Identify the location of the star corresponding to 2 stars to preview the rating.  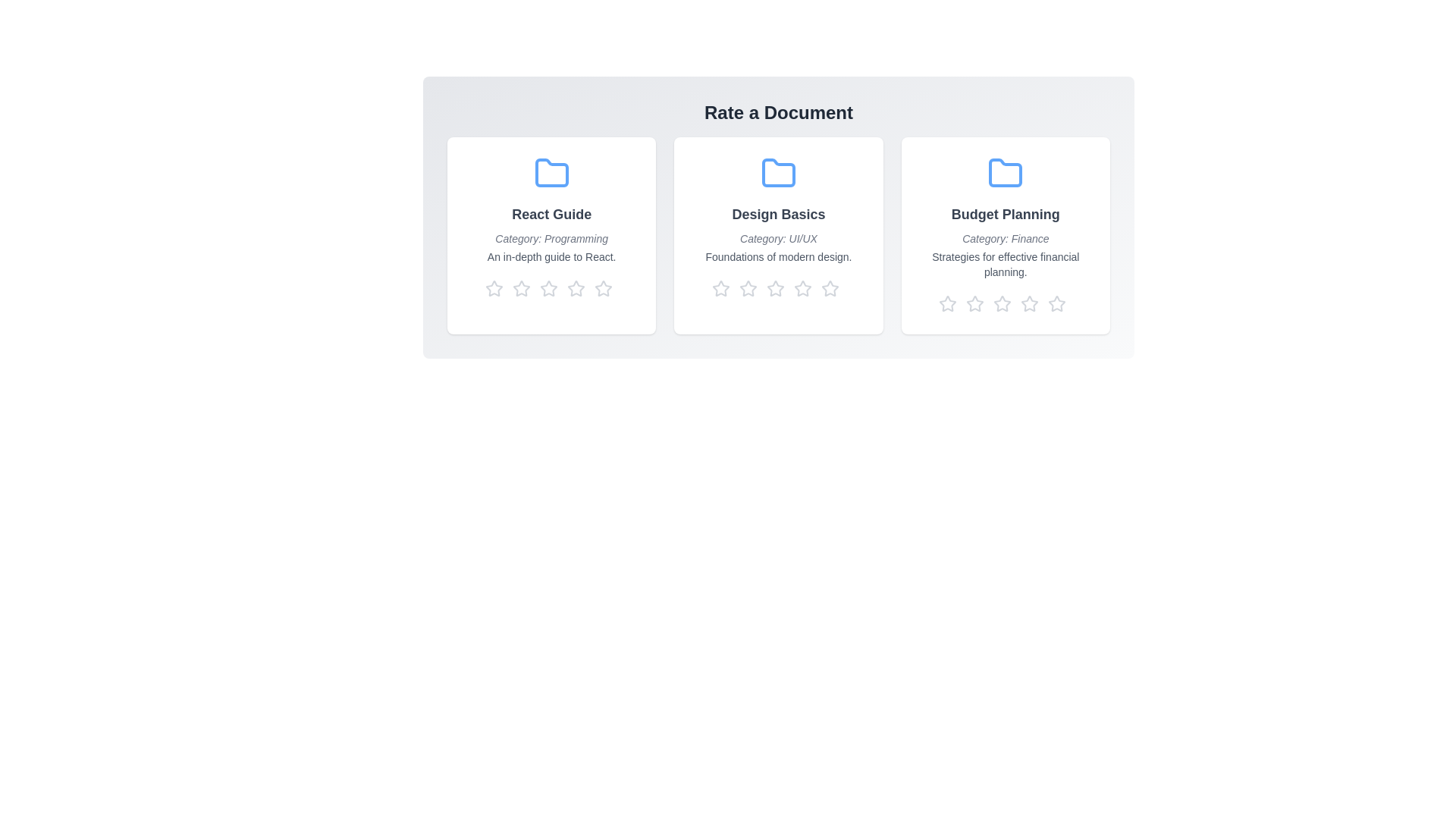
(524, 289).